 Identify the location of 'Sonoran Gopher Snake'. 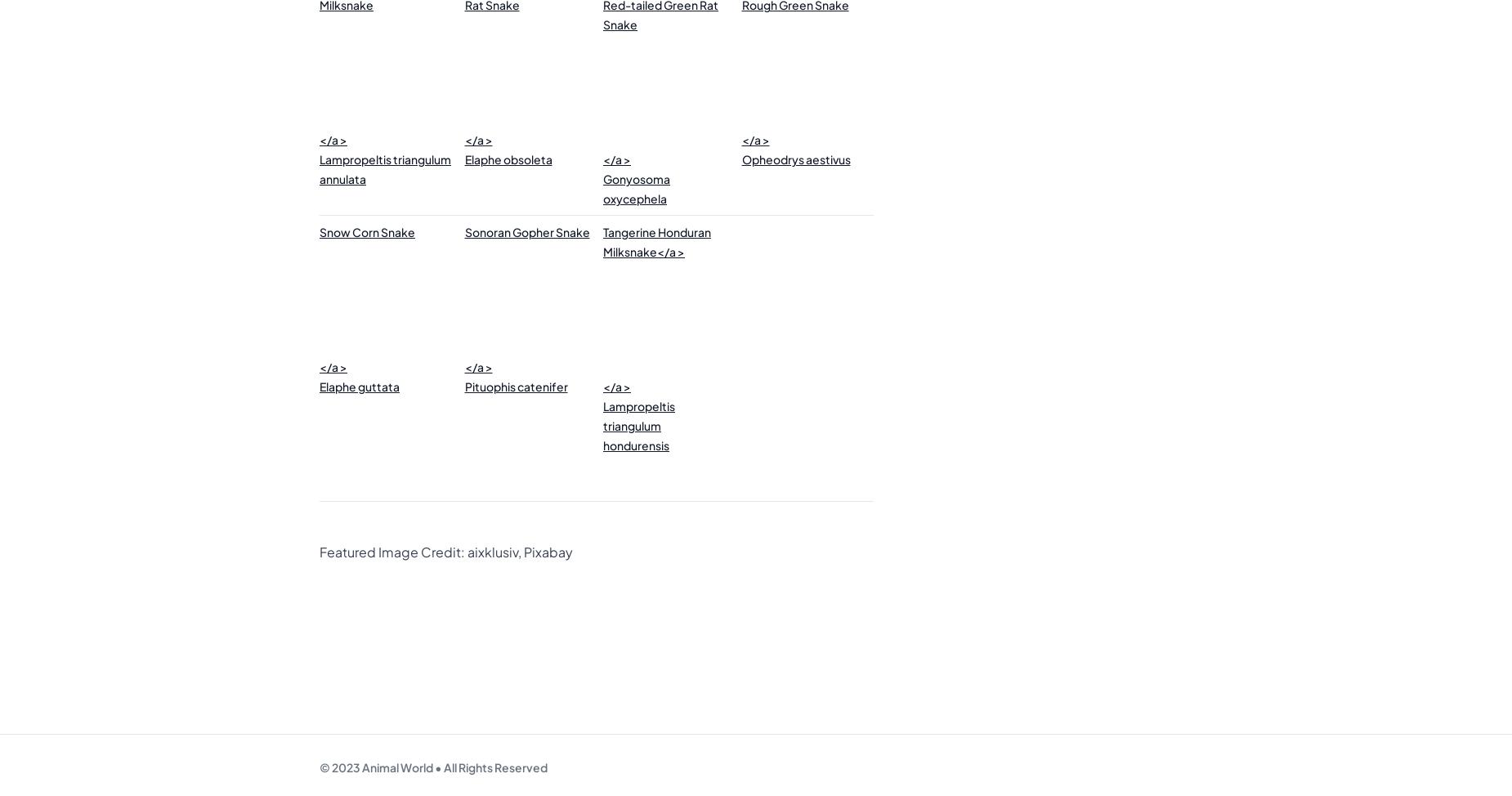
(526, 231).